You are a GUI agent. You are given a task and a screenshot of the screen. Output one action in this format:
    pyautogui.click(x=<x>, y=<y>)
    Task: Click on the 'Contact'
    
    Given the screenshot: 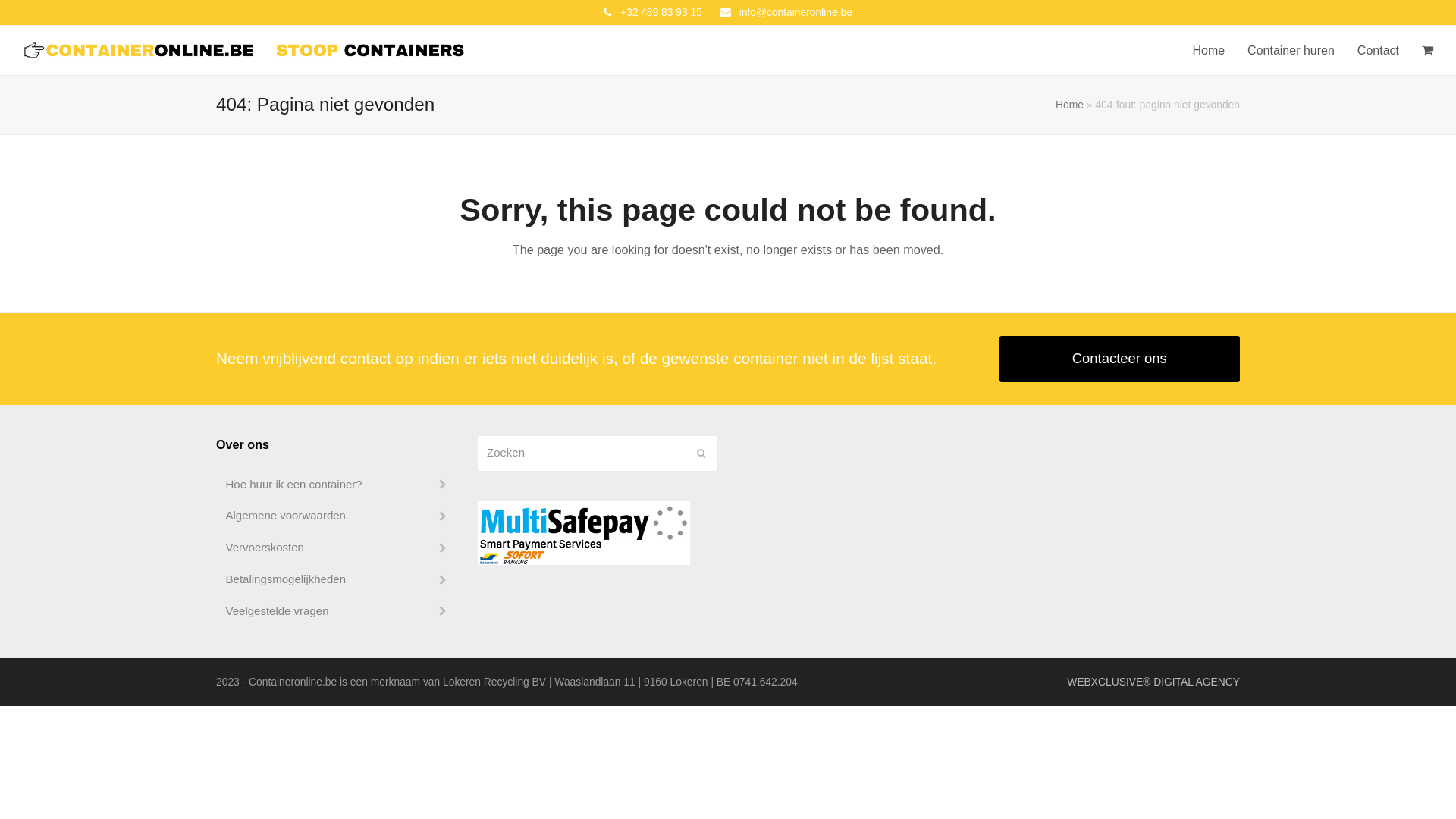 What is the action you would take?
    pyautogui.click(x=1378, y=49)
    